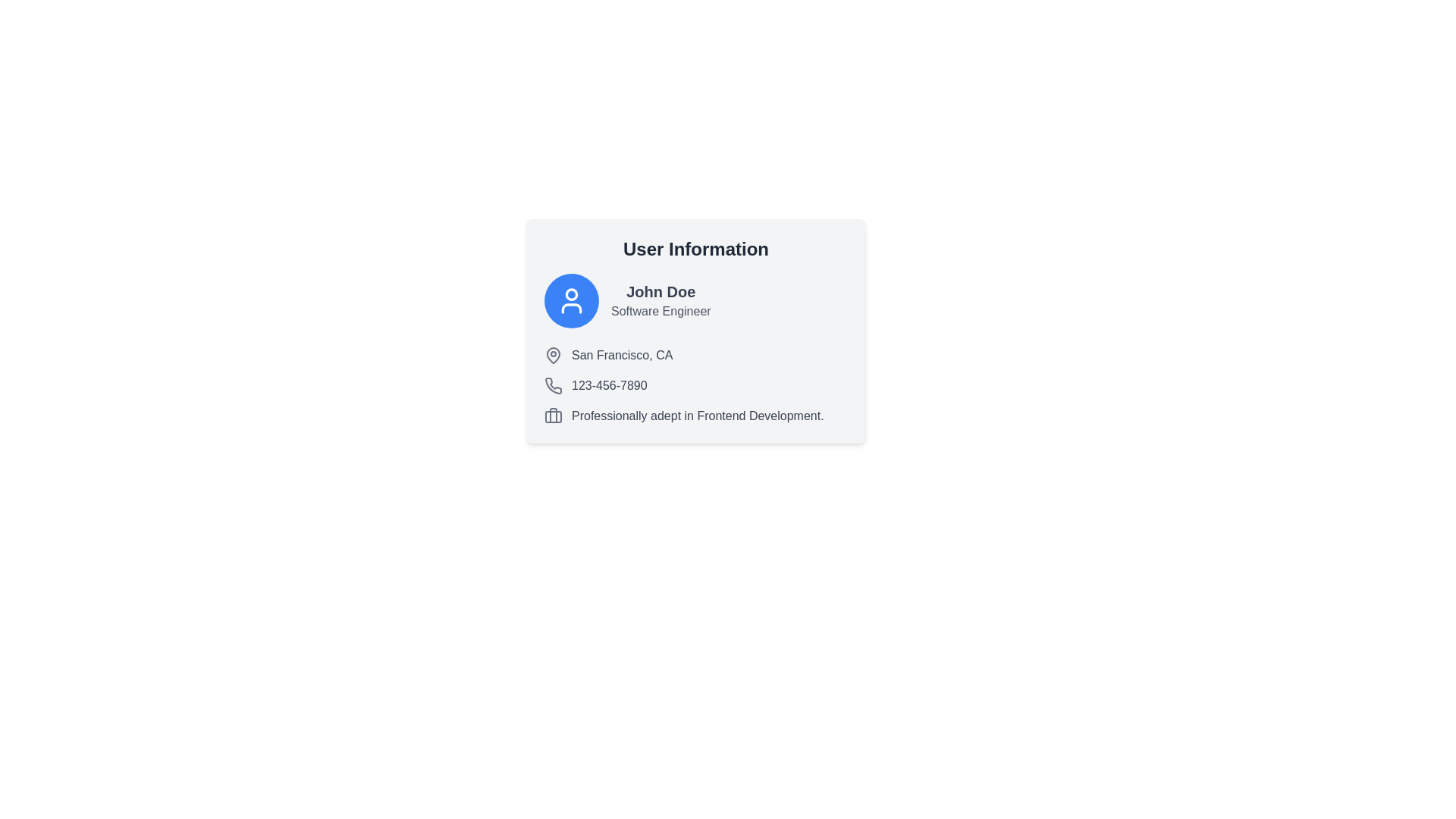 The width and height of the screenshot is (1456, 819). What do you see at coordinates (622, 356) in the screenshot?
I see `text displayed in the label showing 'San Francisco, CA', which is positioned slightly to the right of the map pin icon` at bounding box center [622, 356].